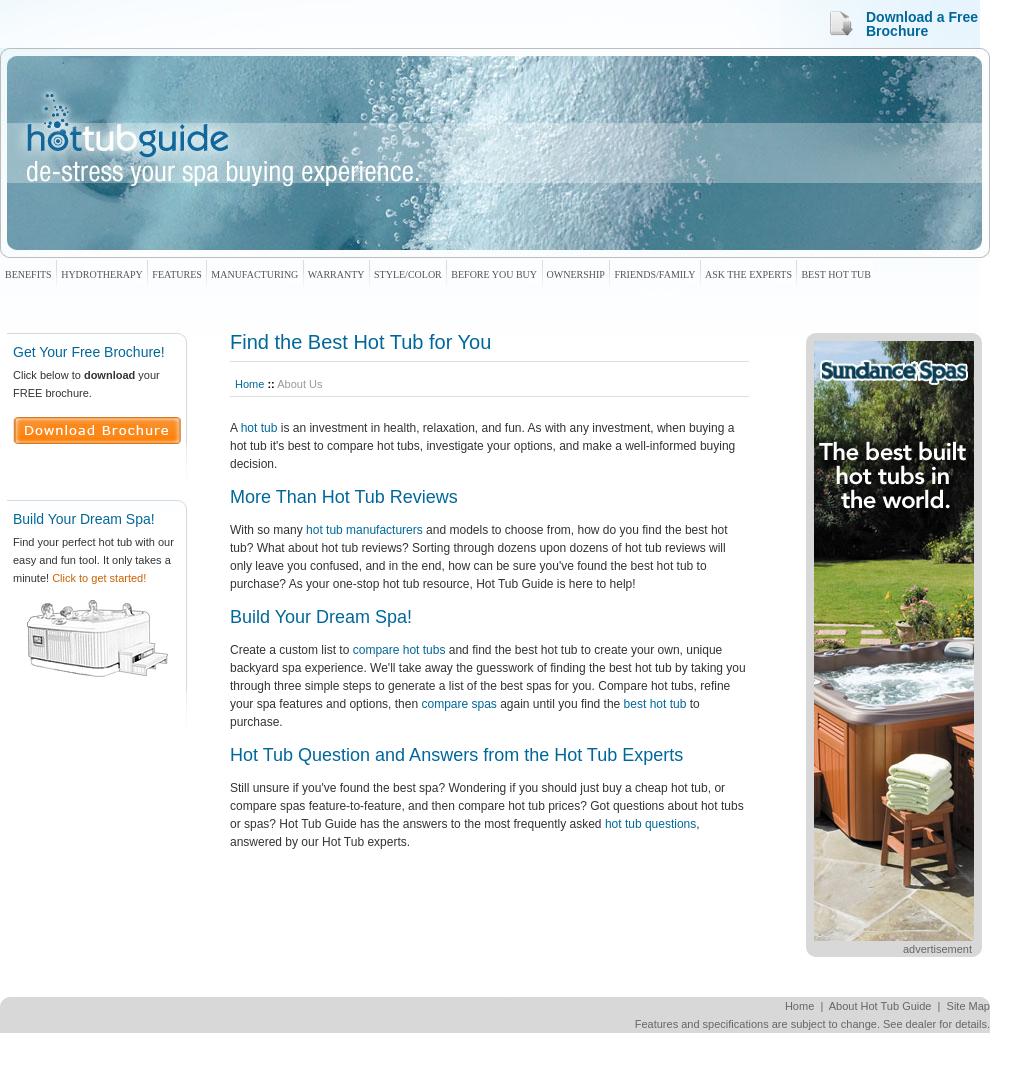  I want to click on 'Create a custom list to', so click(290, 647).